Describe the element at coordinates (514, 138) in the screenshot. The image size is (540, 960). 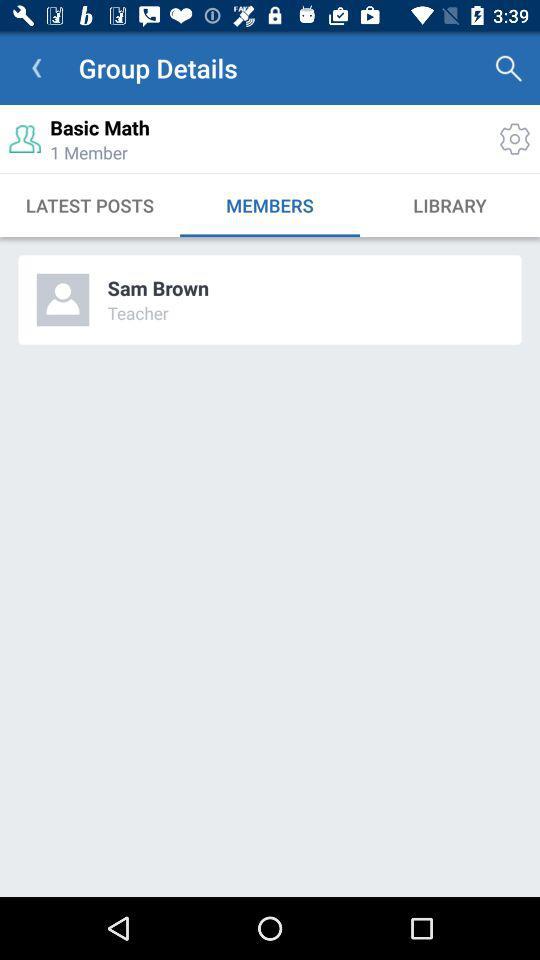
I see `settings` at that location.